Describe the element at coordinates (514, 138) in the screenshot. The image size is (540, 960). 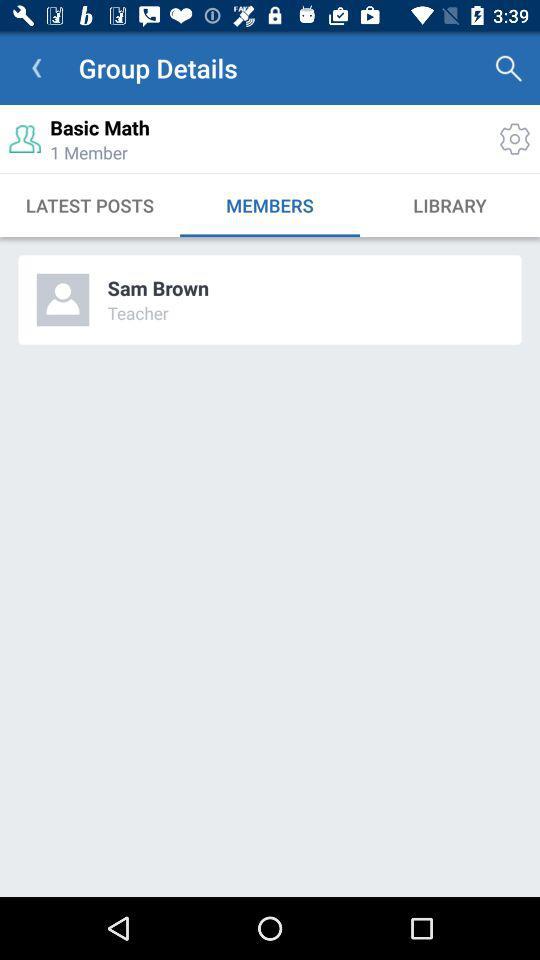
I see `settings` at that location.